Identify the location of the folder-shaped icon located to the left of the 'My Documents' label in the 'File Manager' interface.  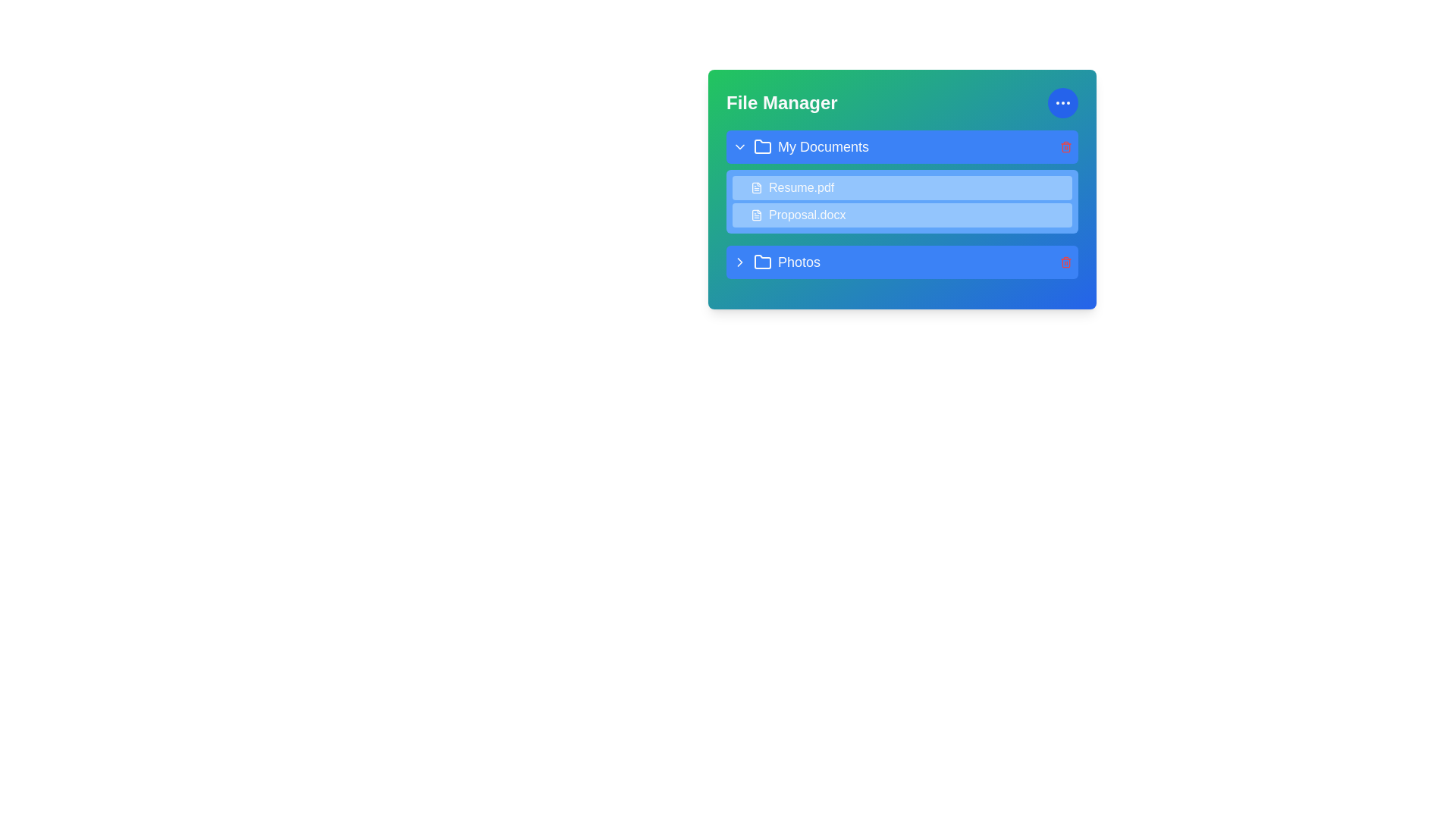
(763, 146).